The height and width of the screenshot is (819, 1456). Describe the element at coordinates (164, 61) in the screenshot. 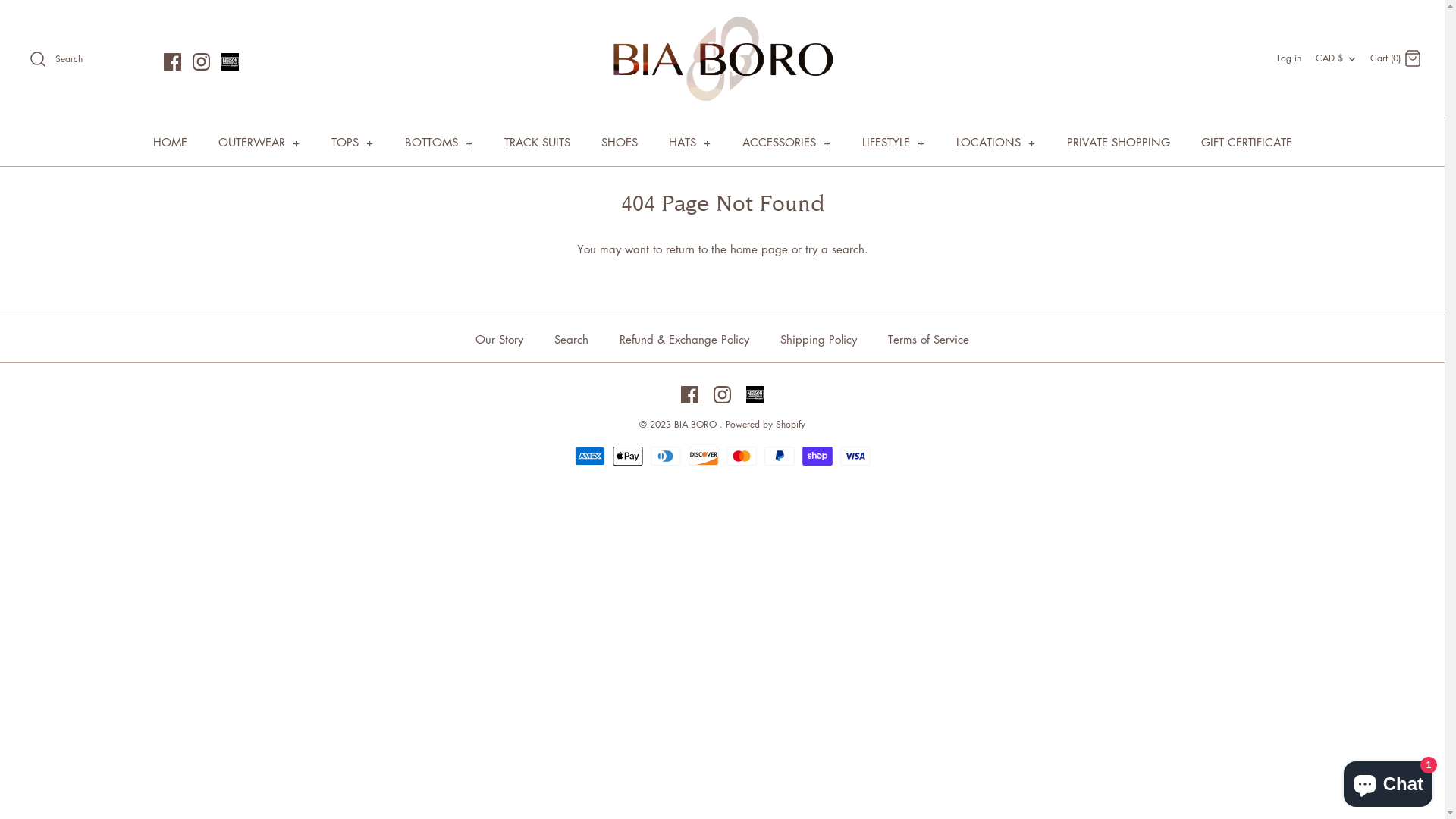

I see `'Facebook'` at that location.